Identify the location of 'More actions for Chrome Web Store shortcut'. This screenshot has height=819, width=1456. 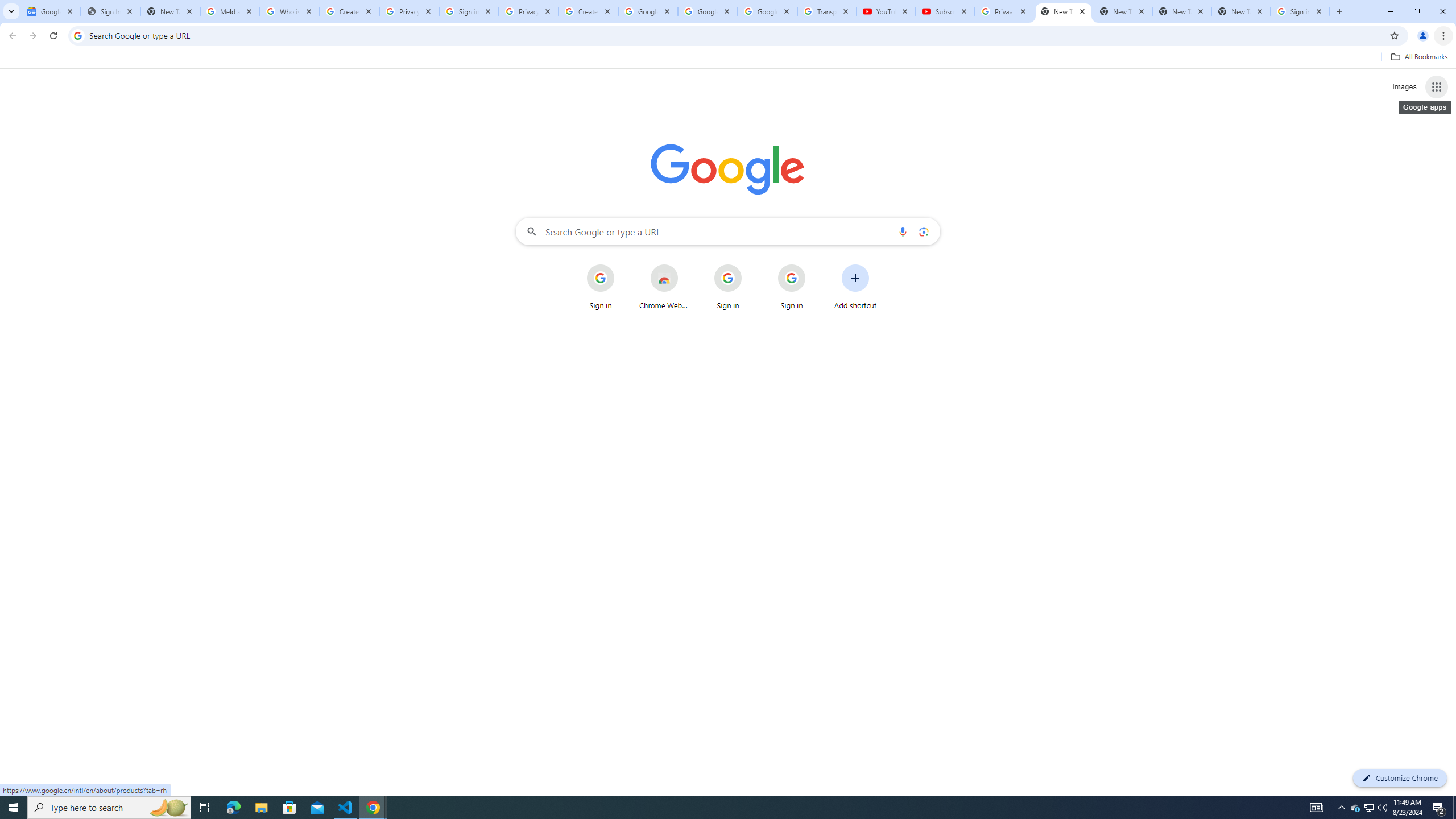
(686, 266).